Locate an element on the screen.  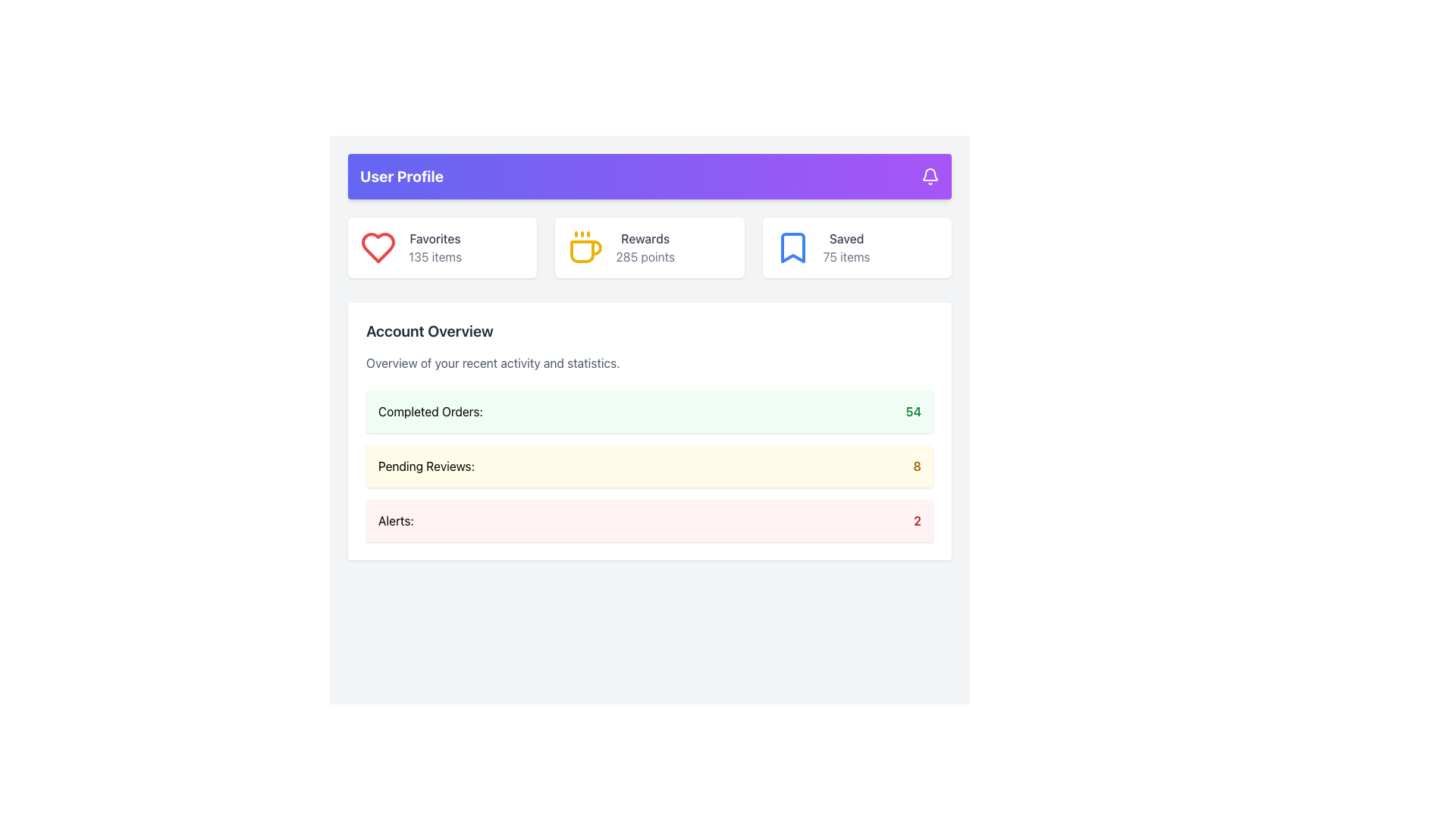
the Text display component that shows 'Favorites' and '135 items', located in the second box beneath the 'User Profile' banner is located at coordinates (435, 247).